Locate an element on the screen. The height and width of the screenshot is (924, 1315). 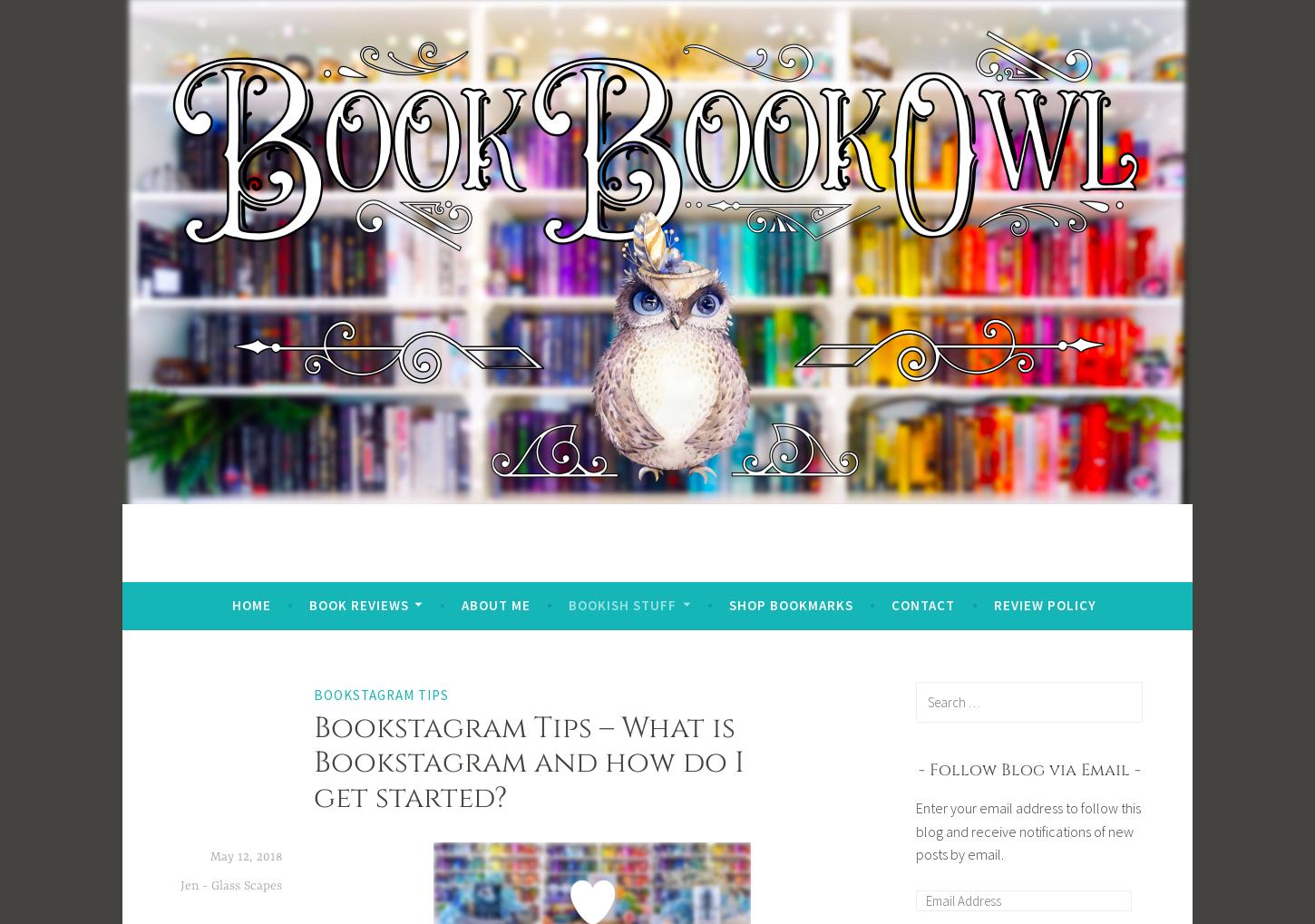
'Home' is located at coordinates (250, 603).